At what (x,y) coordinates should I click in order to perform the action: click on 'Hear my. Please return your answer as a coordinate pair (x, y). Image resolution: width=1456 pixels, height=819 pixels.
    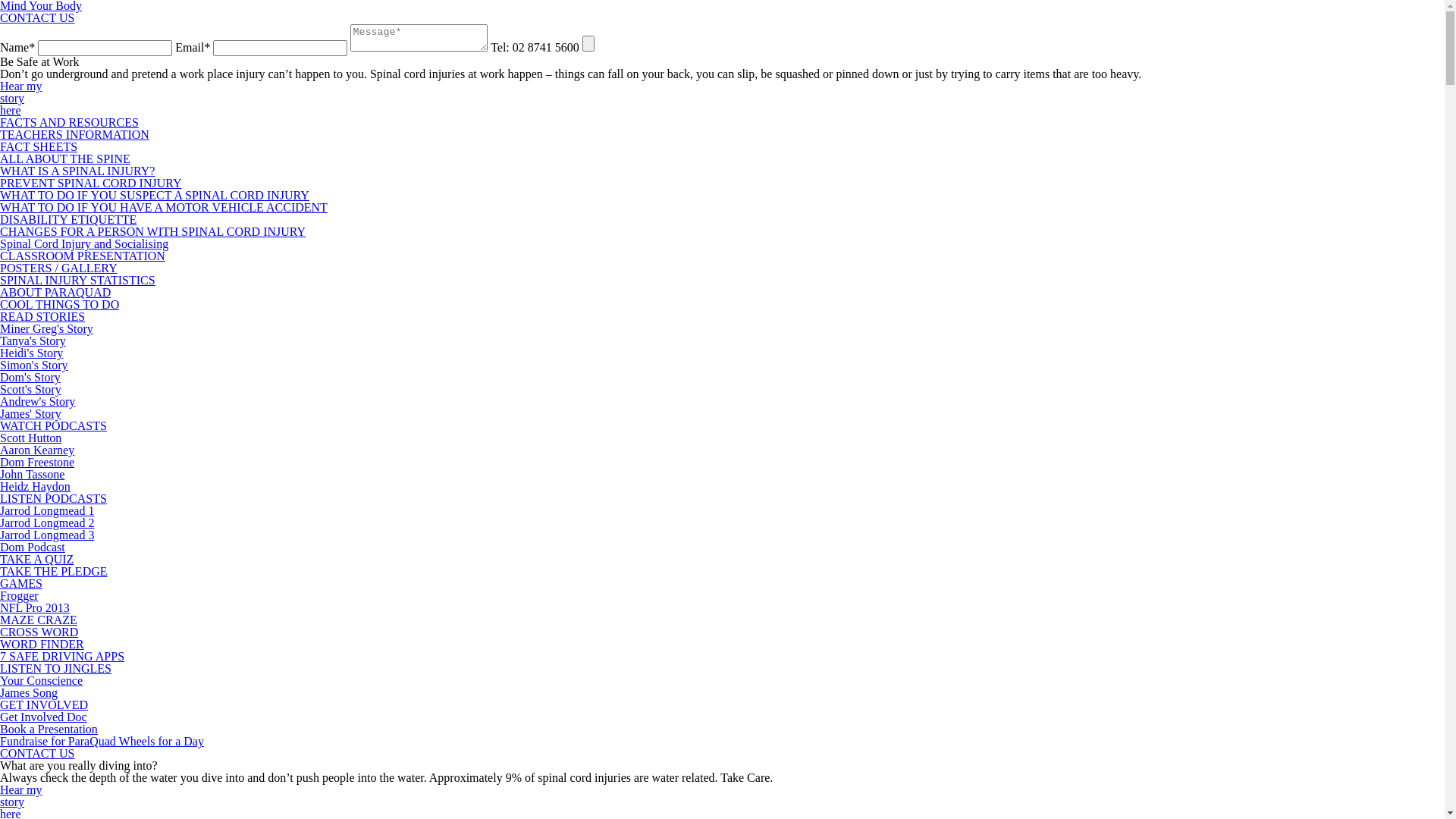
    Looking at the image, I should click on (21, 98).